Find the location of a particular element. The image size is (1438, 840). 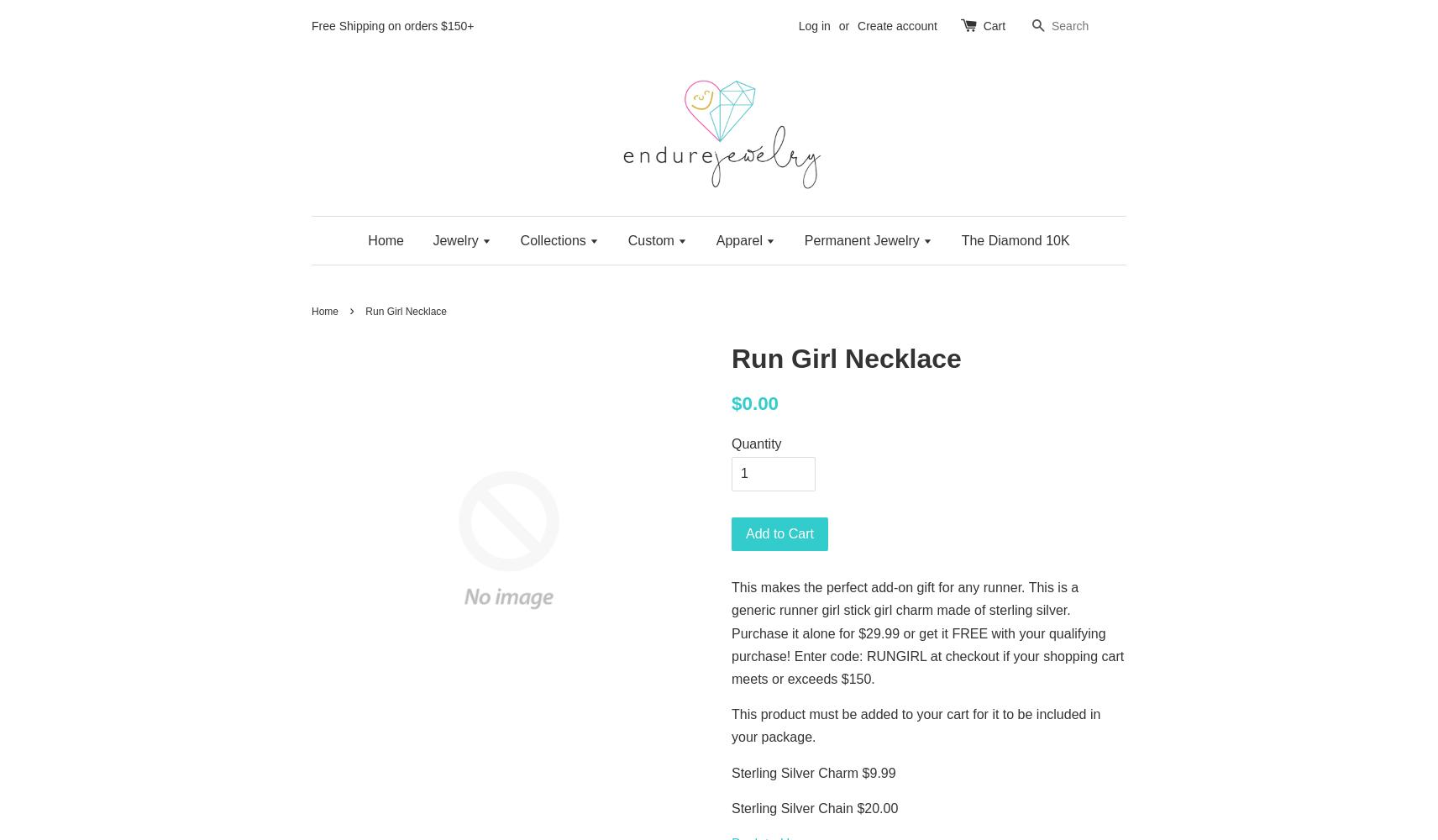

'Sterling Silver Chain $20.00' is located at coordinates (814, 806).